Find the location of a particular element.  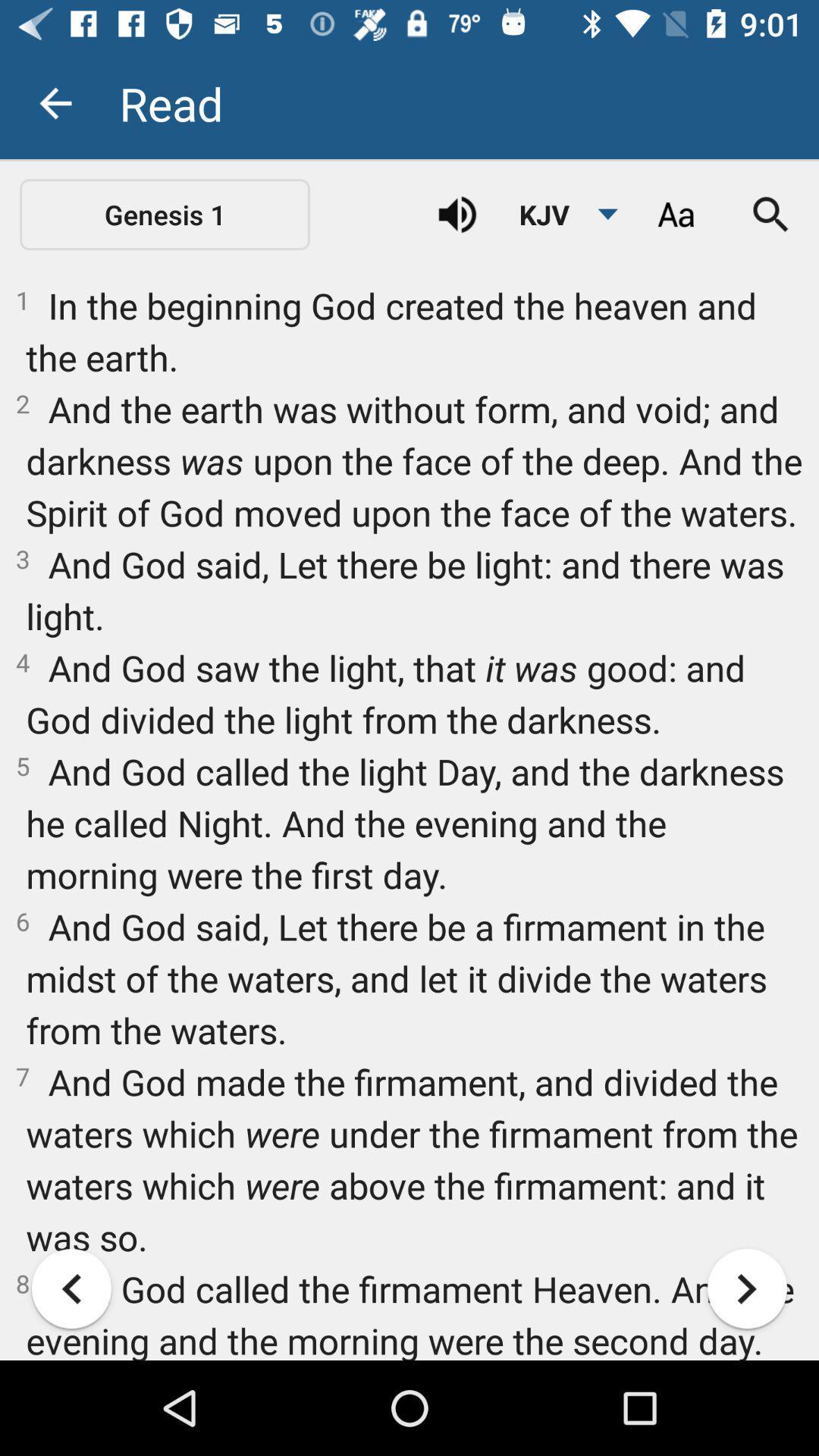

got to previous is located at coordinates (71, 1288).